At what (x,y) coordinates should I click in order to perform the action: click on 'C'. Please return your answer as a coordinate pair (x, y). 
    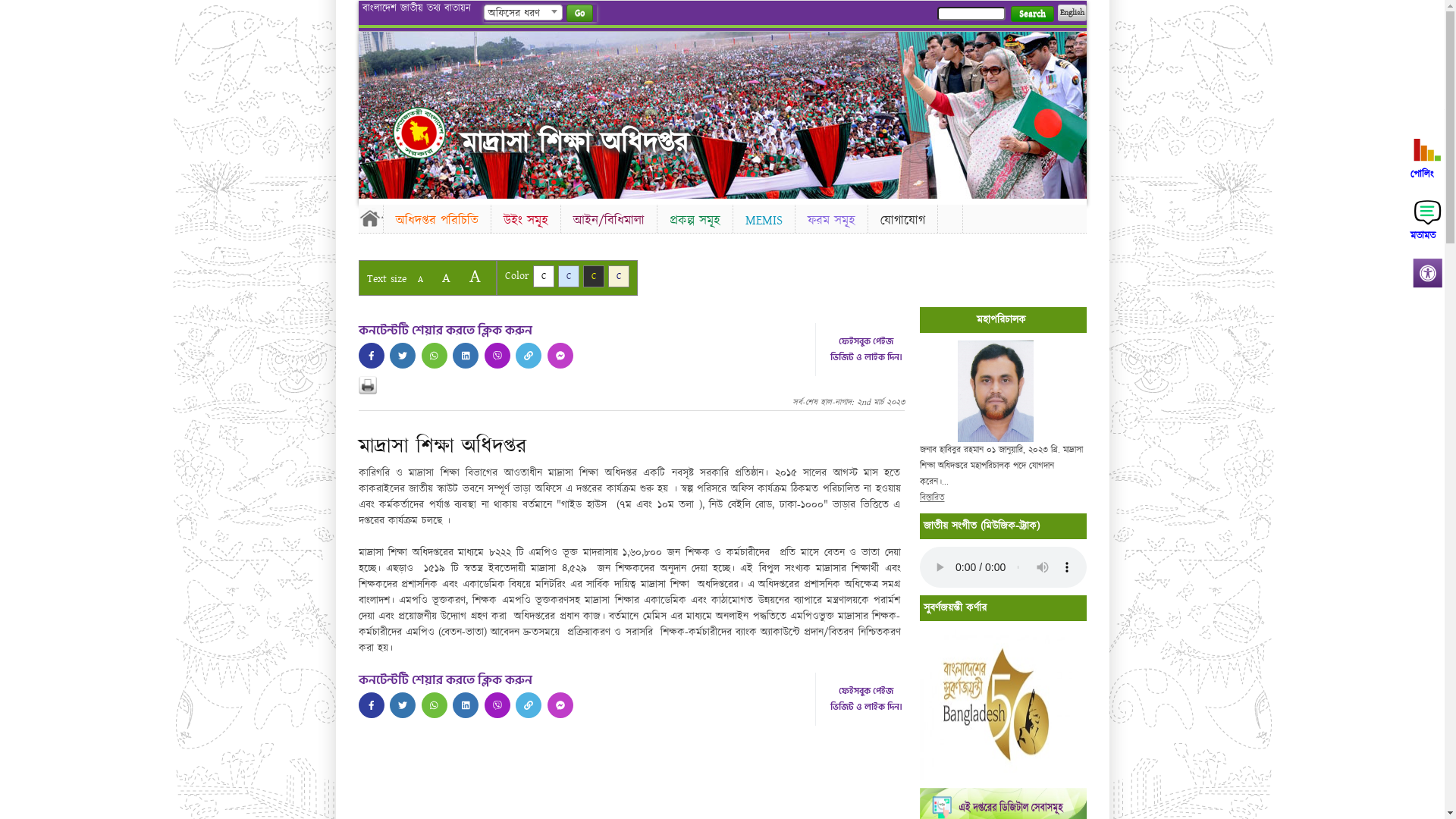
    Looking at the image, I should click on (592, 276).